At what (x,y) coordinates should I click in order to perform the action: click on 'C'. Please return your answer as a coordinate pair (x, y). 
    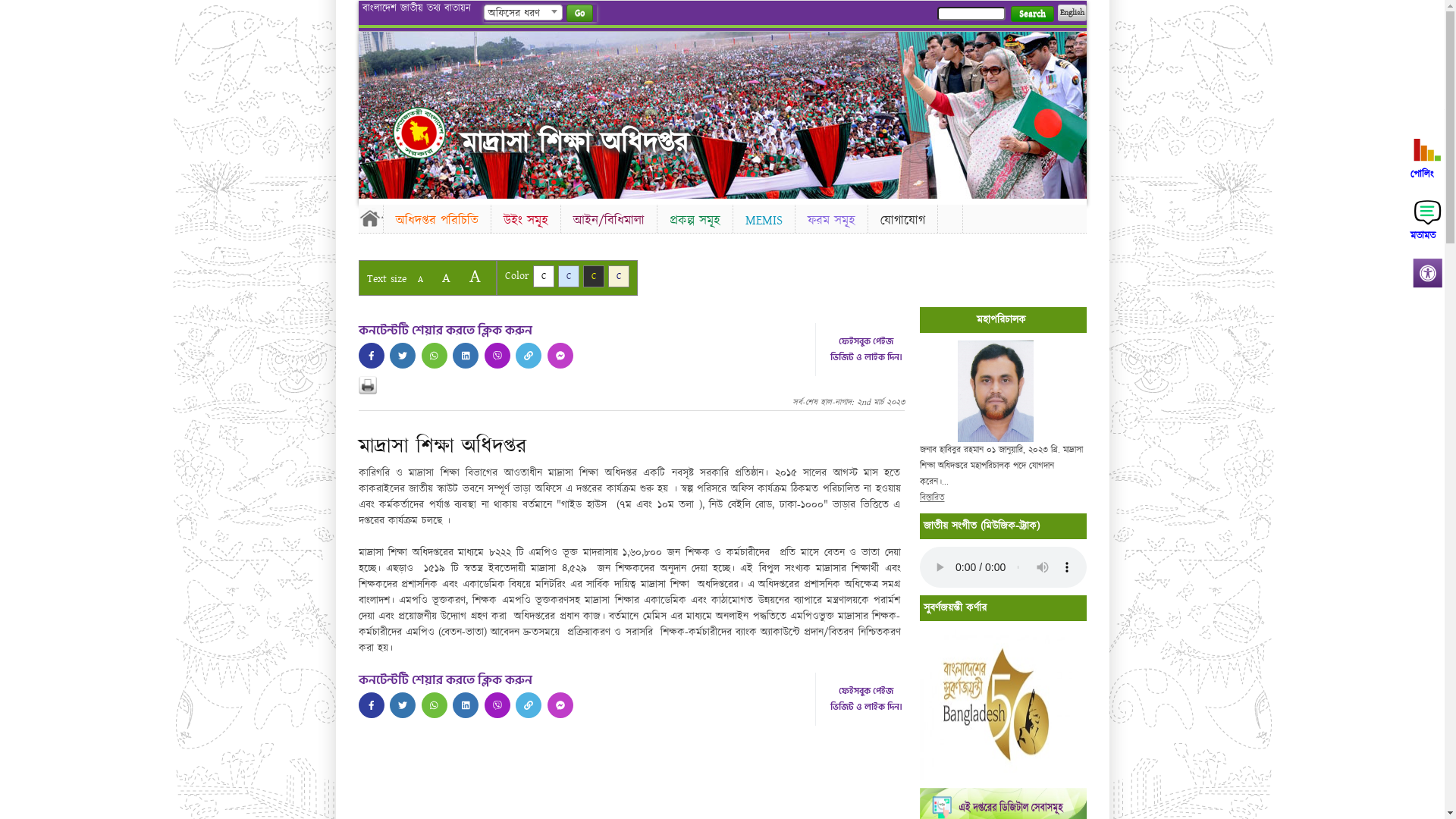
    Looking at the image, I should click on (592, 276).